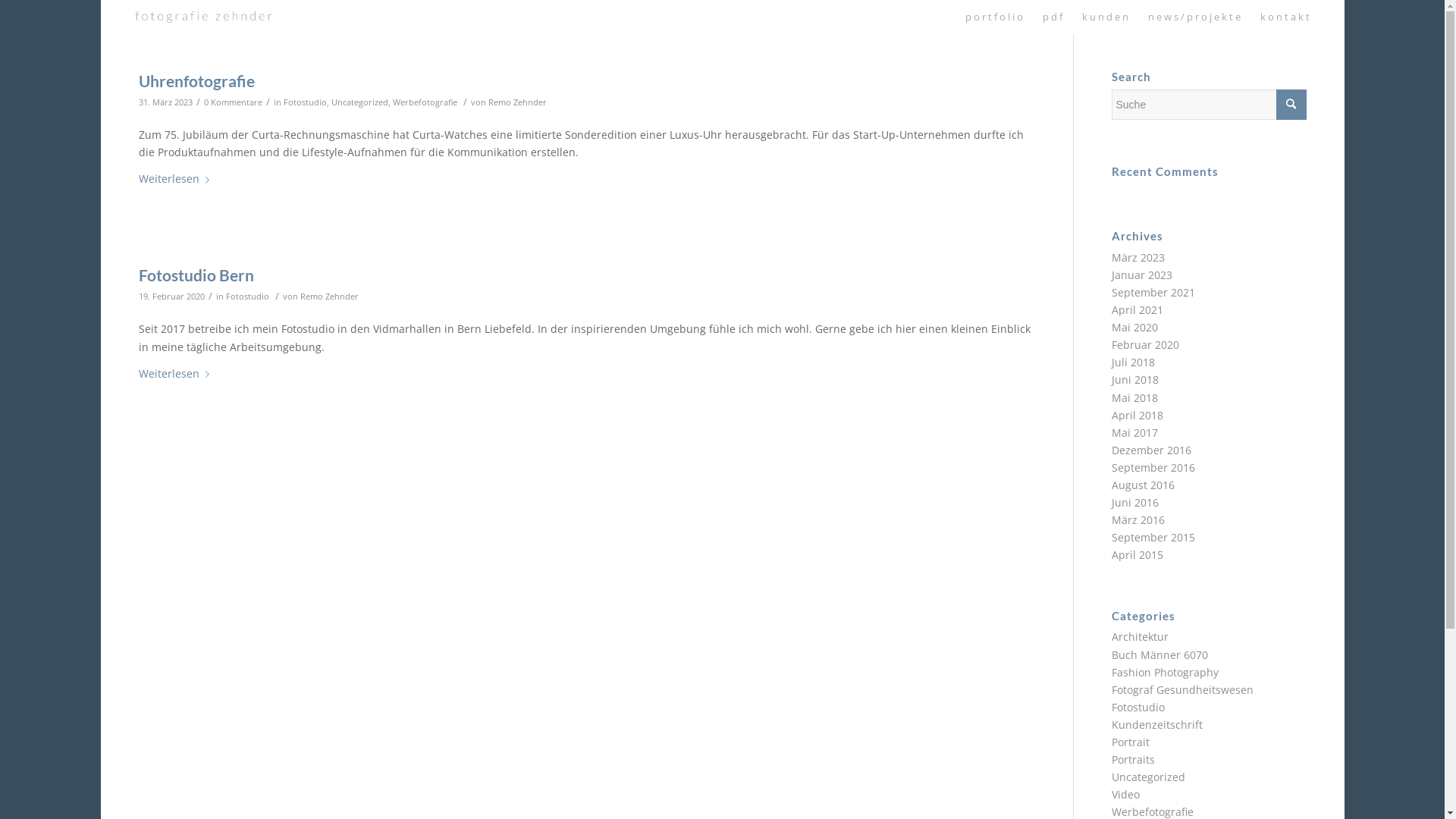 The height and width of the screenshot is (819, 1456). I want to click on 'Portraits', so click(1111, 759).